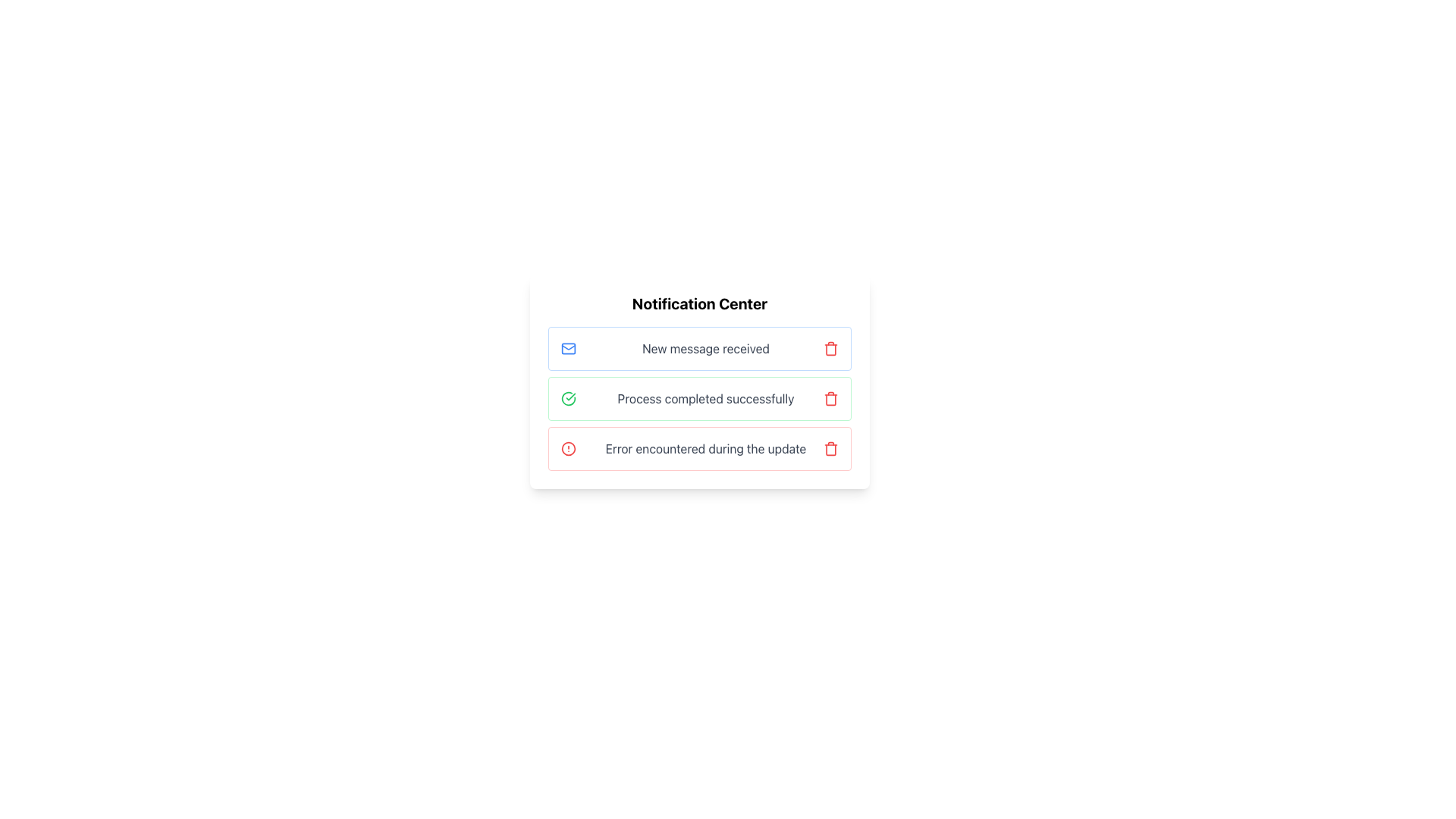 This screenshot has width=1456, height=819. What do you see at coordinates (567, 348) in the screenshot?
I see `the new message notification icon located at the top-left corner of the first notification bar` at bounding box center [567, 348].